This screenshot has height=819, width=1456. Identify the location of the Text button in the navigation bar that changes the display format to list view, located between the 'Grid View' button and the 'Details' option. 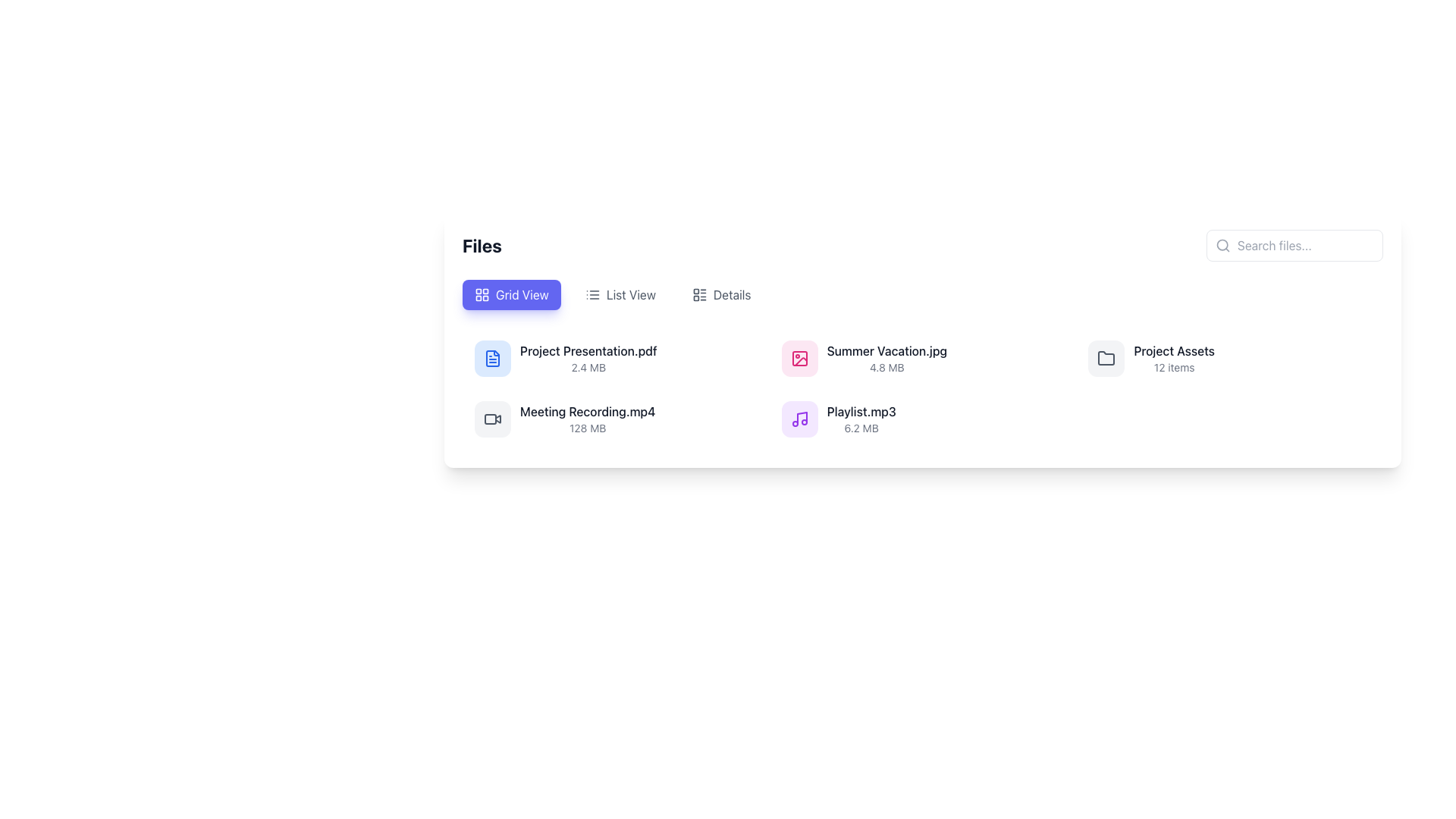
(631, 295).